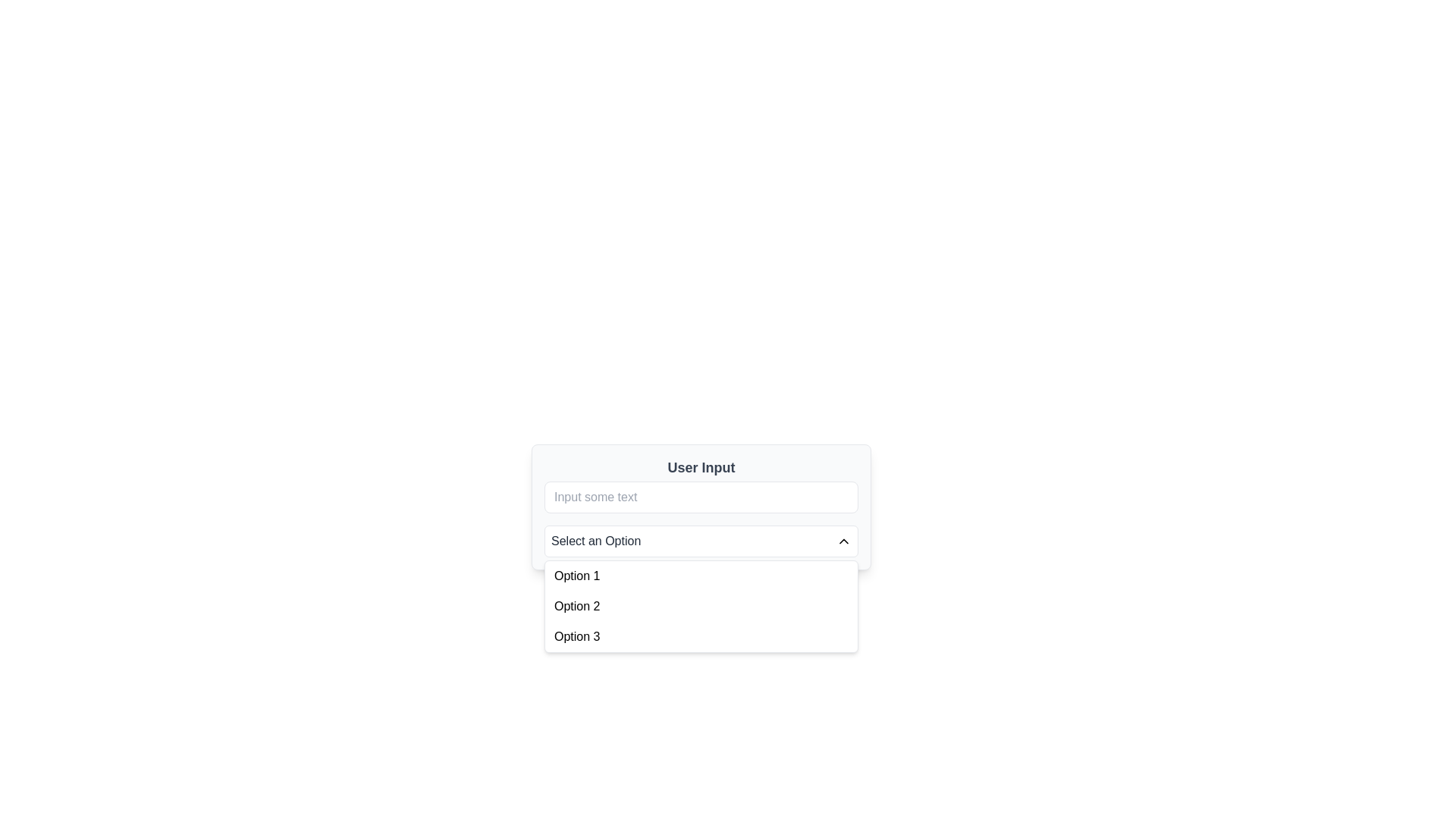 This screenshot has height=819, width=1456. What do you see at coordinates (701, 605) in the screenshot?
I see `the Dropdown menu item displaying 'Option 2' to trigger hover effects` at bounding box center [701, 605].